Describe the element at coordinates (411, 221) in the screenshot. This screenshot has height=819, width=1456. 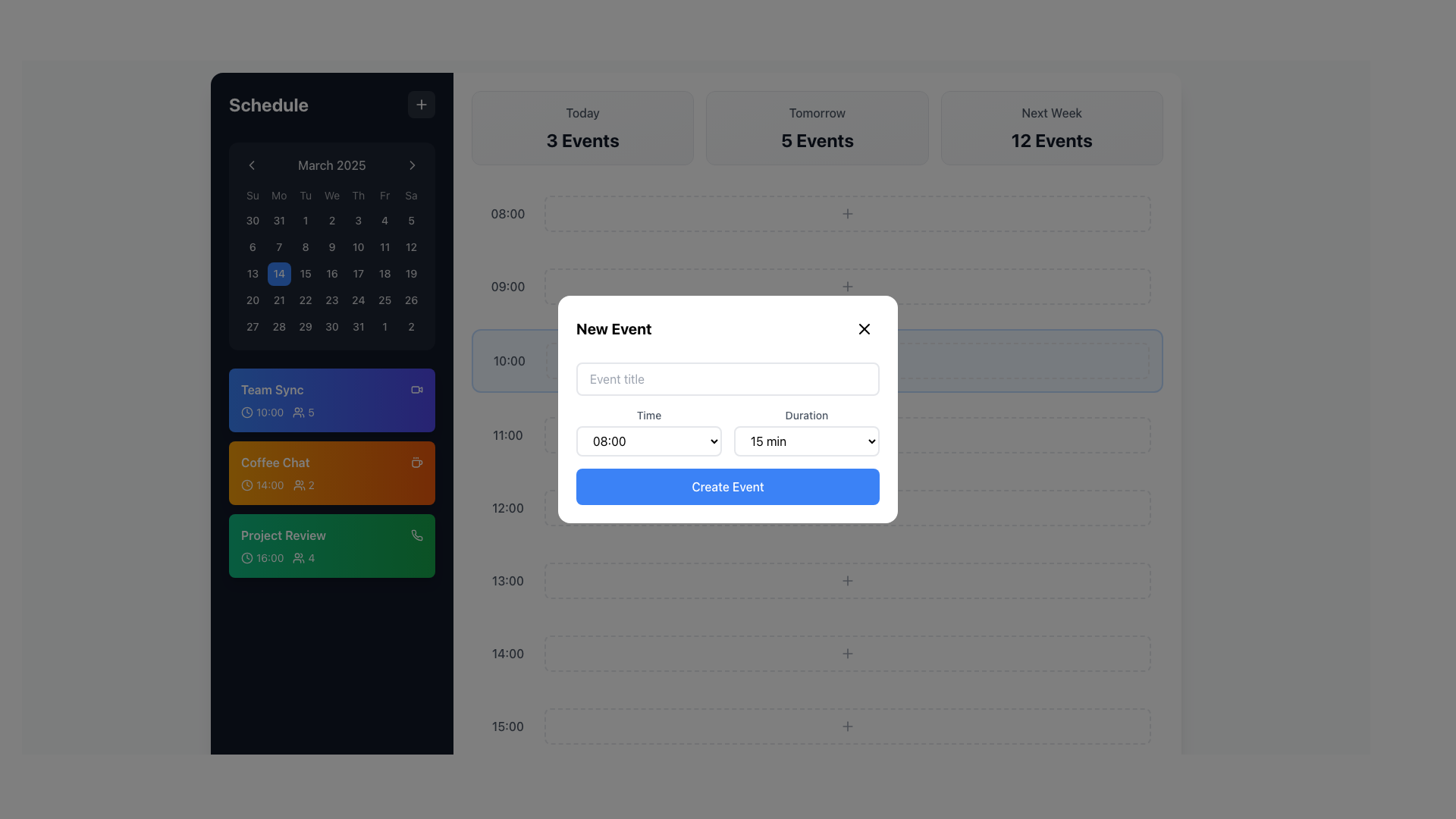
I see `the square-shaped button with a dark background and the label '5'` at that location.